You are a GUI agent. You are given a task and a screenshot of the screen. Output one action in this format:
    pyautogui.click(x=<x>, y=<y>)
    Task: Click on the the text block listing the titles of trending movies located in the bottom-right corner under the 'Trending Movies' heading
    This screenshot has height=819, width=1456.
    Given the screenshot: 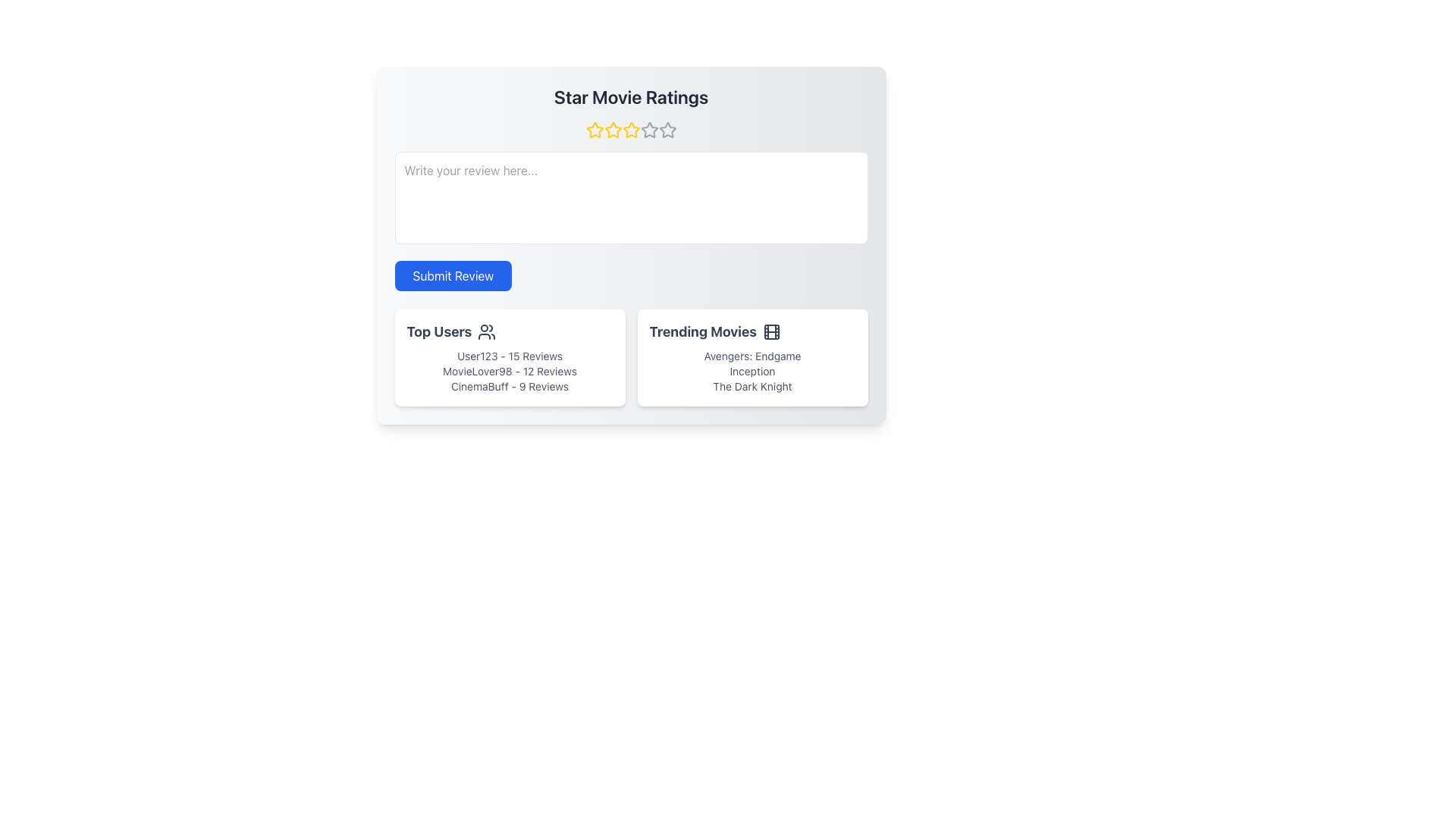 What is the action you would take?
    pyautogui.click(x=752, y=371)
    